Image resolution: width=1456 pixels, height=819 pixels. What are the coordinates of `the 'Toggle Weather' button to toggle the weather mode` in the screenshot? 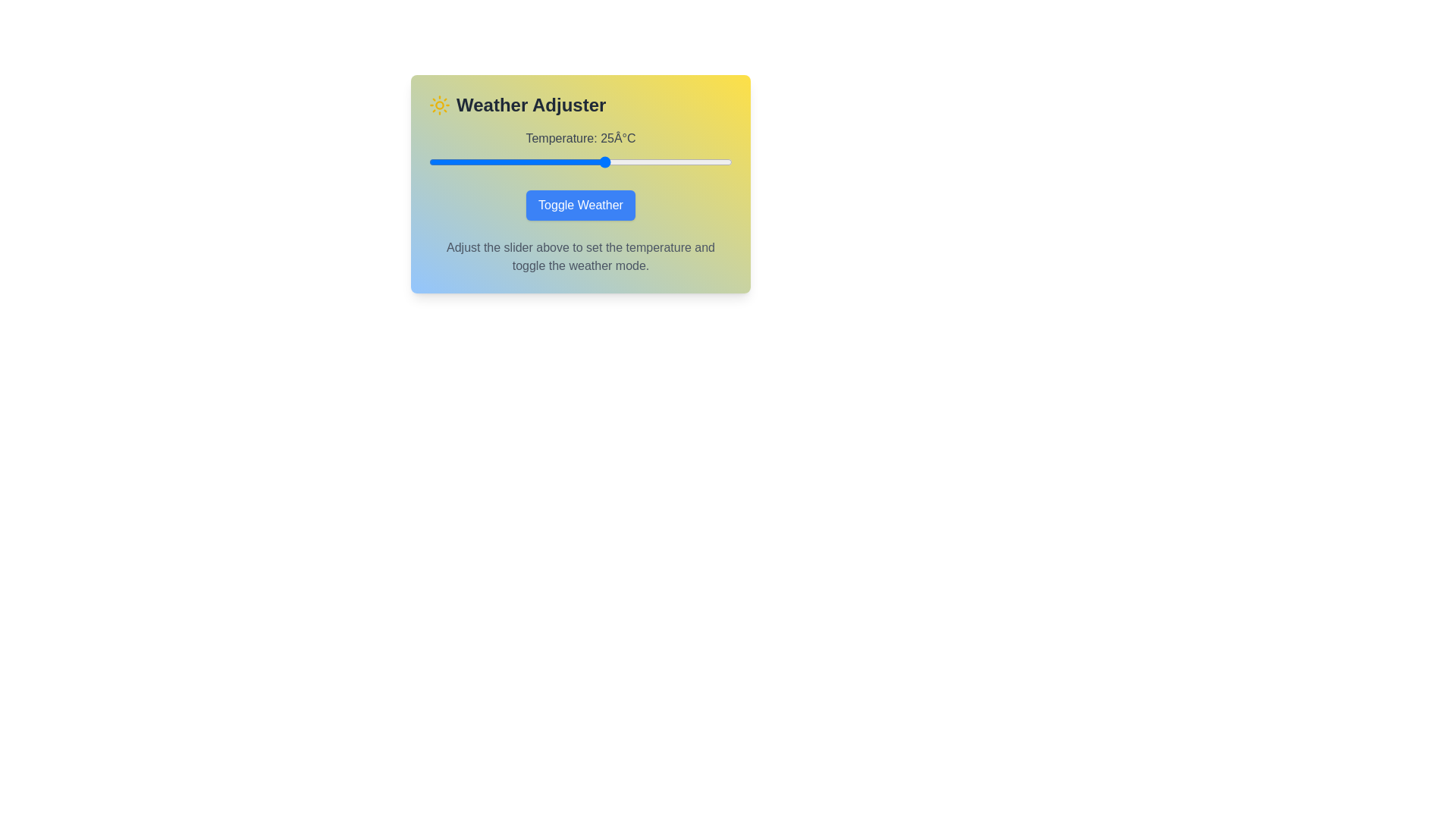 It's located at (580, 205).